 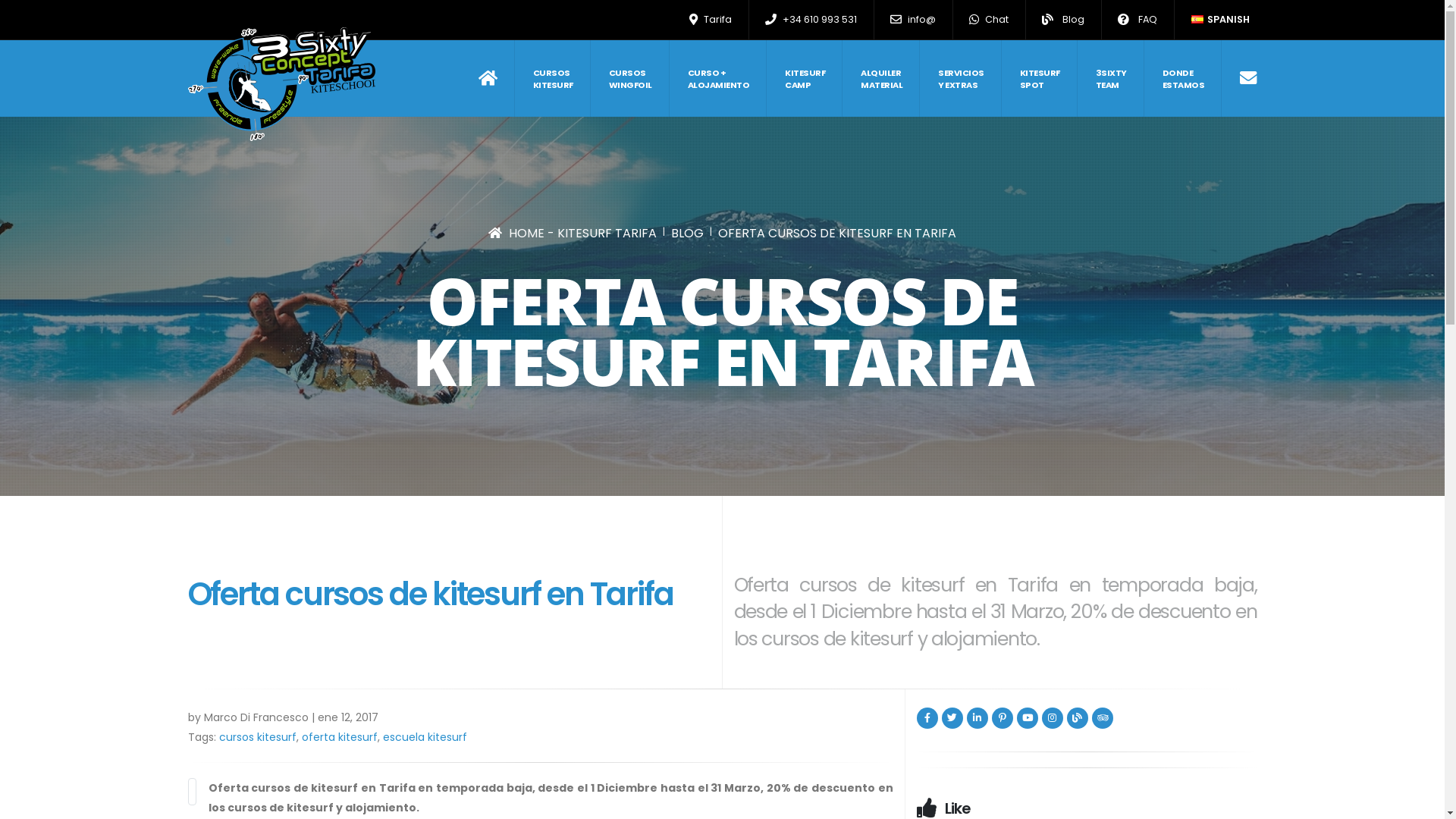 What do you see at coordinates (915, 717) in the screenshot?
I see `'Facebook'` at bounding box center [915, 717].